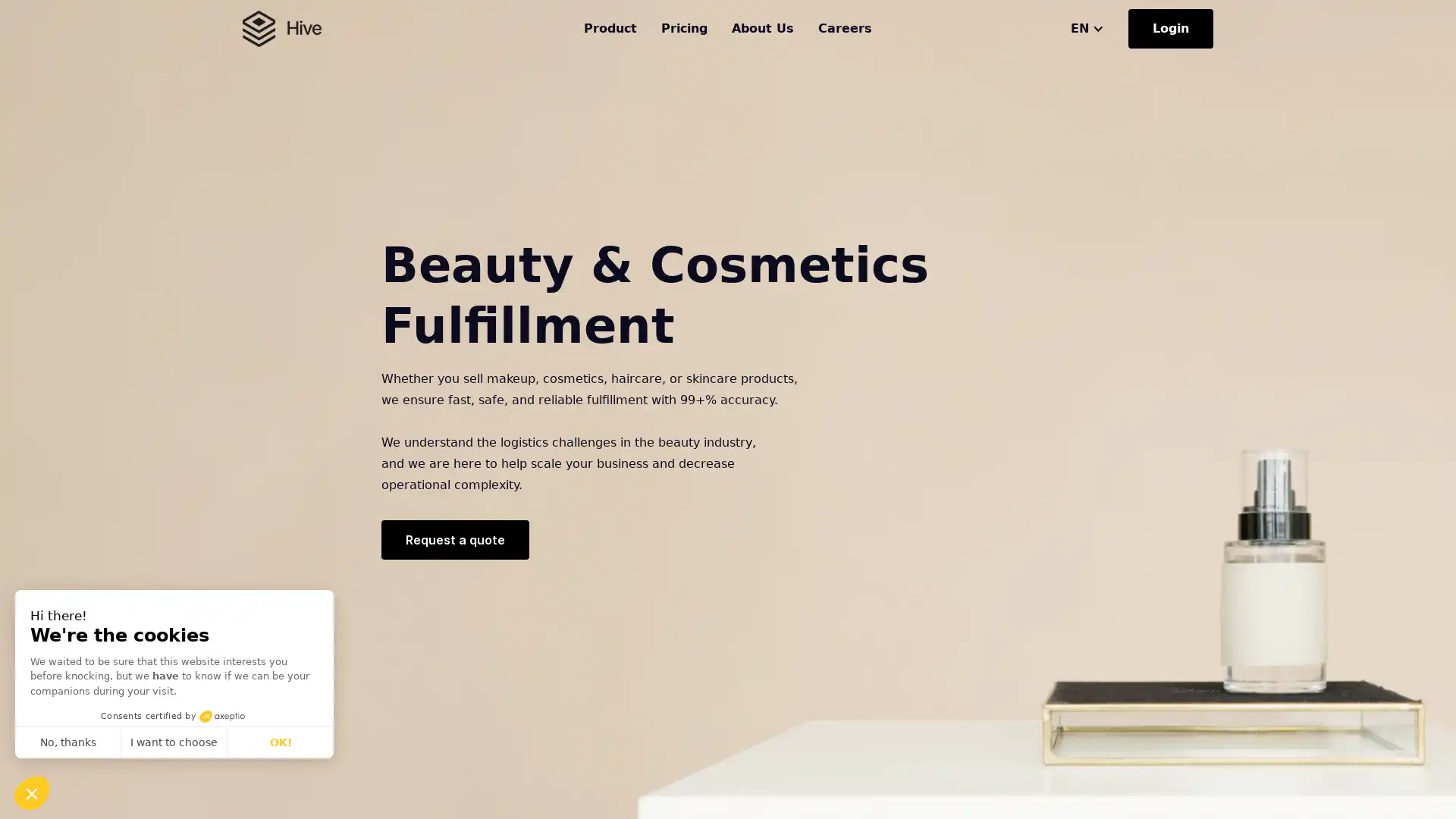  I want to click on No, thanks, so click(67, 742).